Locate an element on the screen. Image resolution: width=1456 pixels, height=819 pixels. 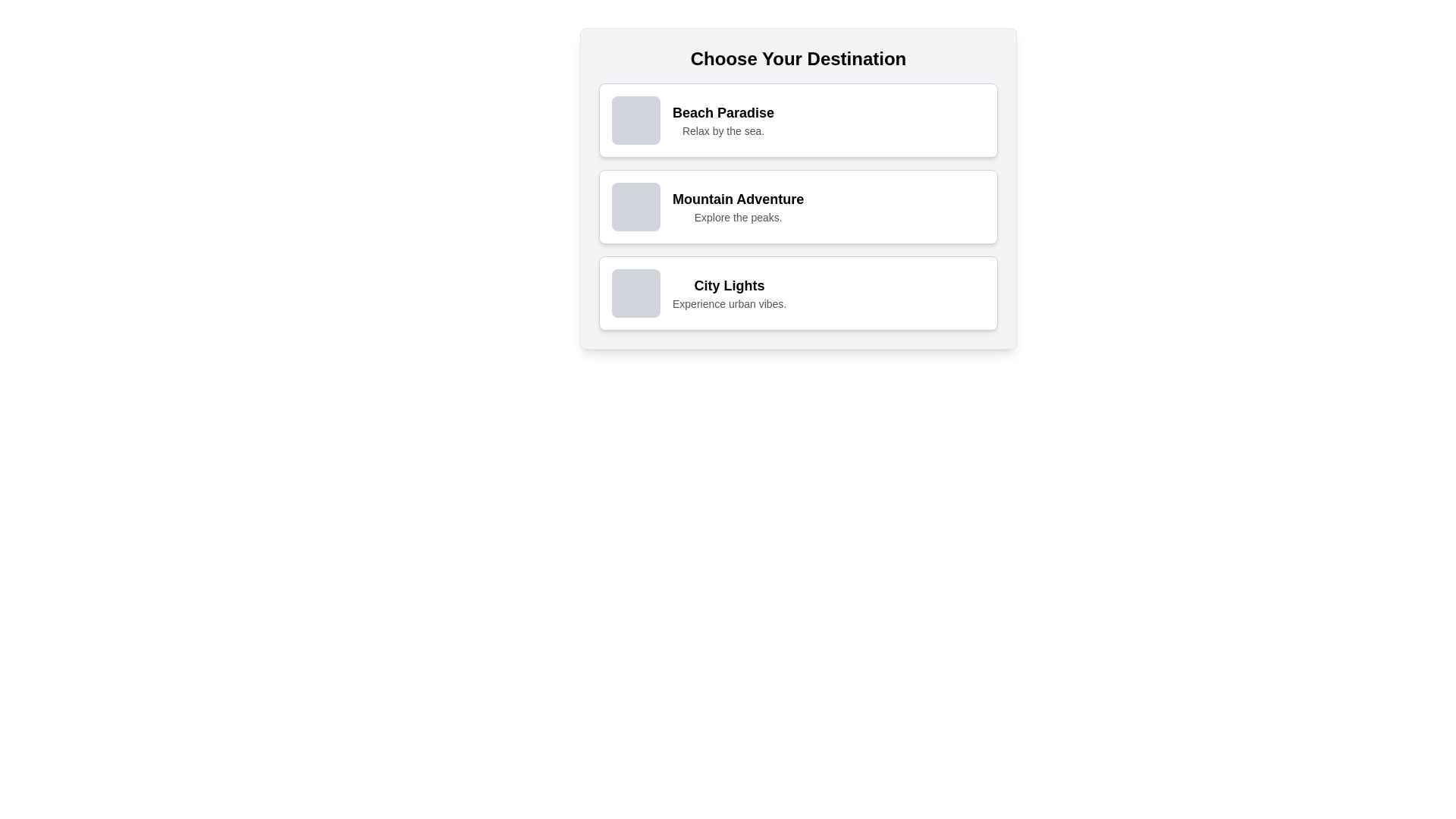
the text segment that reads 'Explore the peaks.' which is styled in a smaller gray font and positioned beneath 'Mountain Adventure' within the selection card is located at coordinates (738, 217).